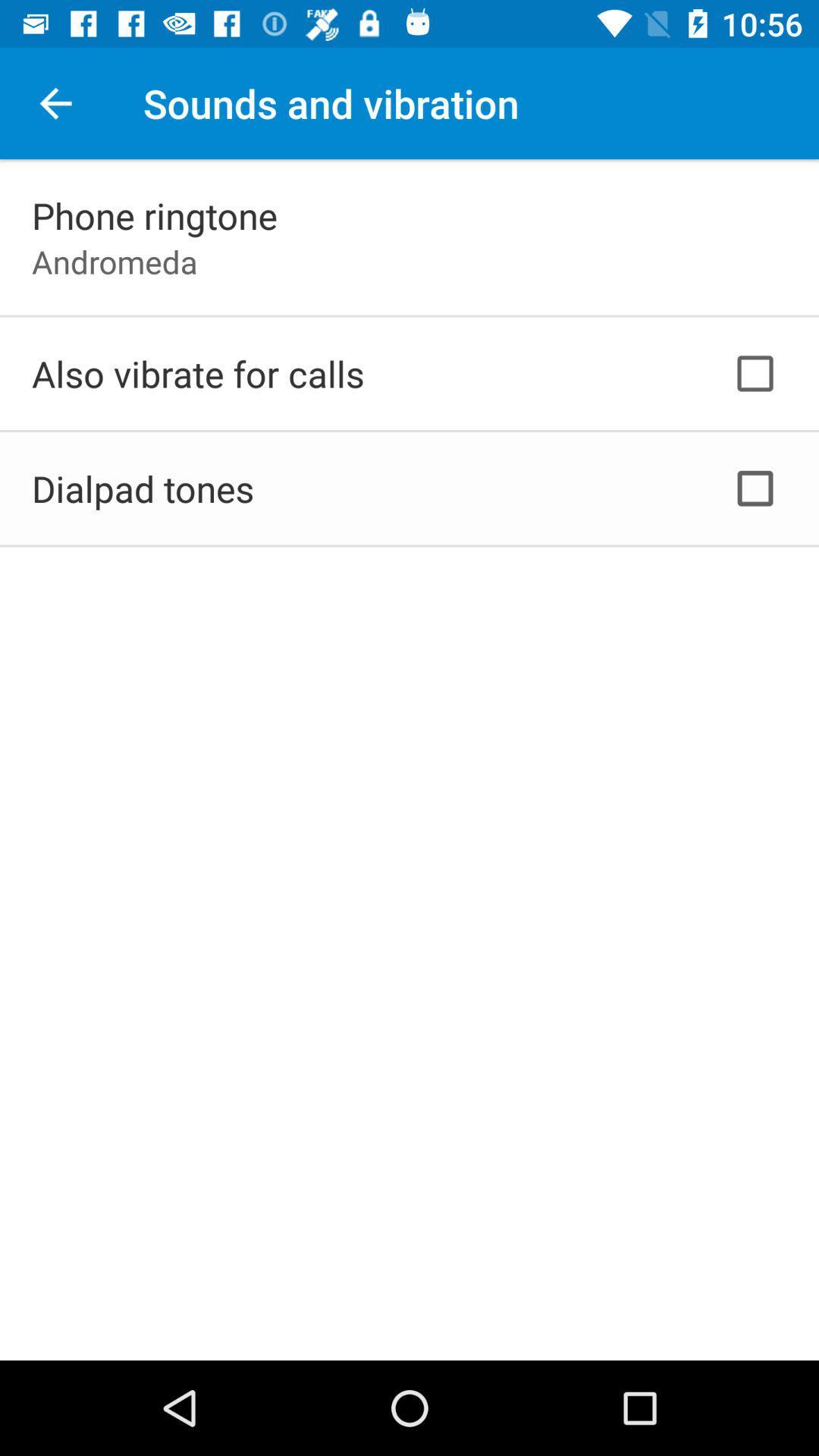 This screenshot has width=819, height=1456. What do you see at coordinates (197, 373) in the screenshot?
I see `also vibrate for app` at bounding box center [197, 373].